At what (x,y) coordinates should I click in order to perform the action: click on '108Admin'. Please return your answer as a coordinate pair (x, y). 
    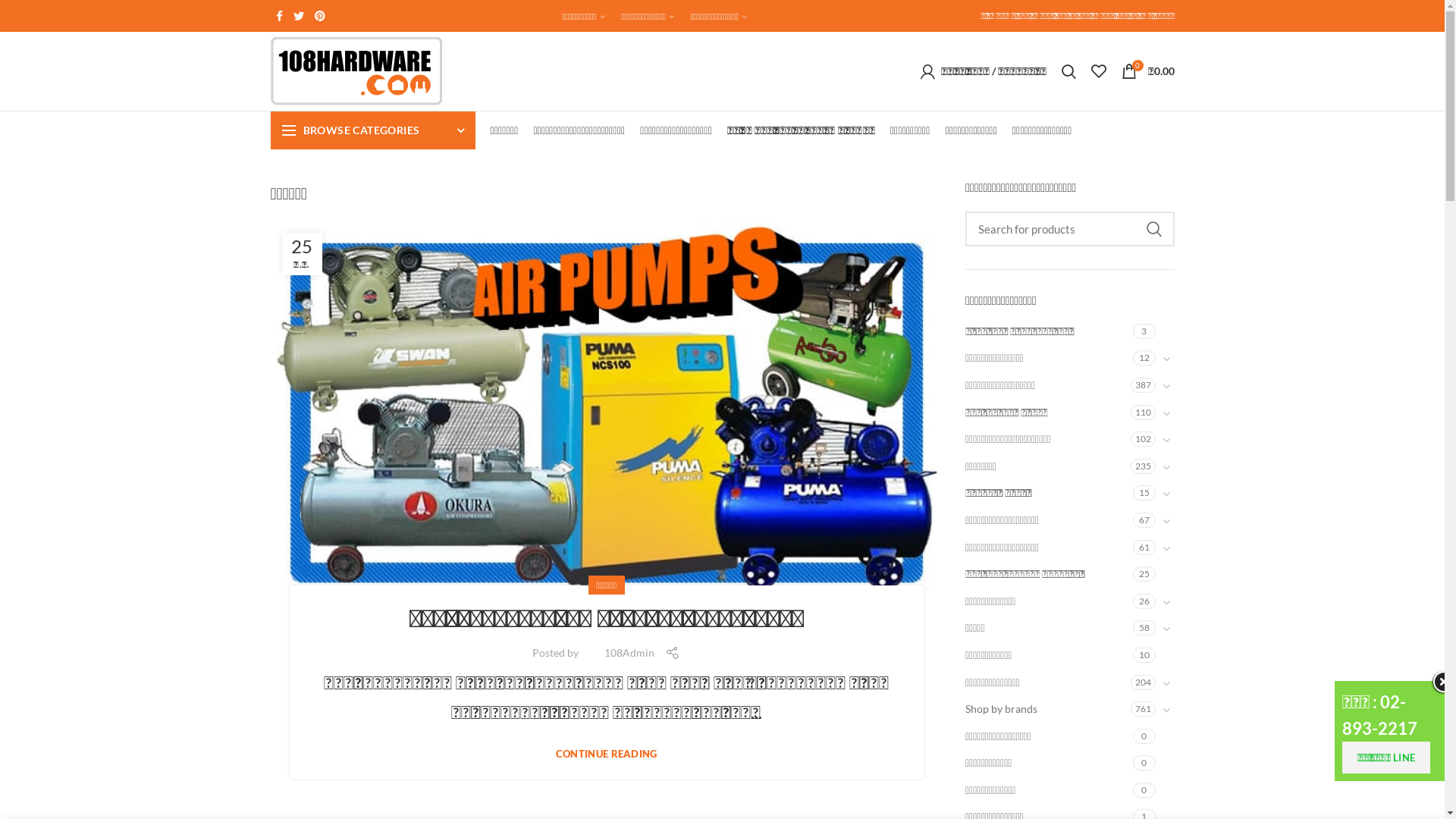
    Looking at the image, I should click on (629, 651).